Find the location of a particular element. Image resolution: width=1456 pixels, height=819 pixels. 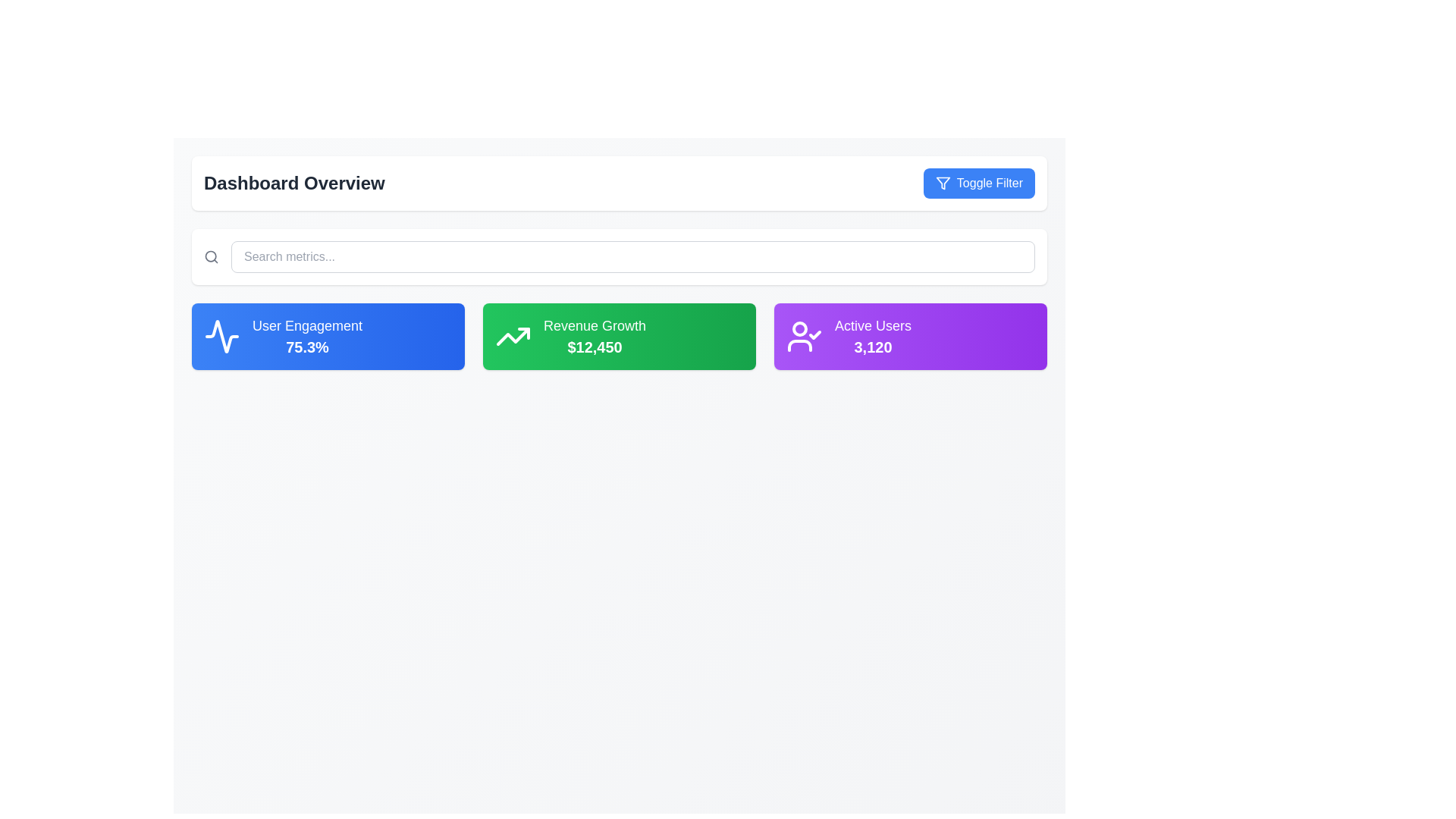

the search icon, which is a minimalist outline design of a magnifying glass located on the far-left side of the search bar, to trigger a tooltip or visual changes is located at coordinates (210, 256).